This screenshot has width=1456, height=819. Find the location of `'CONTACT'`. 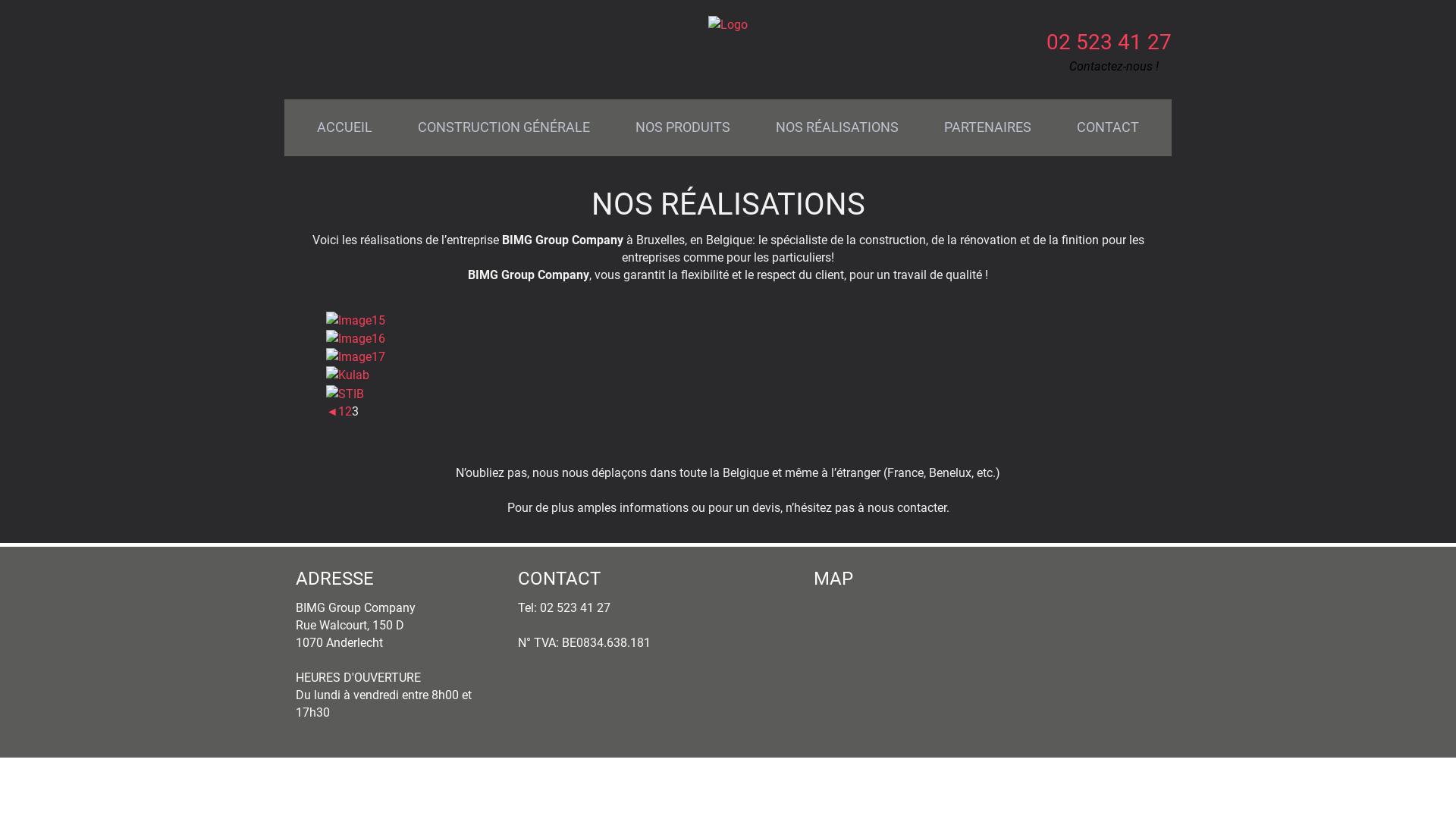

'CONTACT' is located at coordinates (1107, 127).